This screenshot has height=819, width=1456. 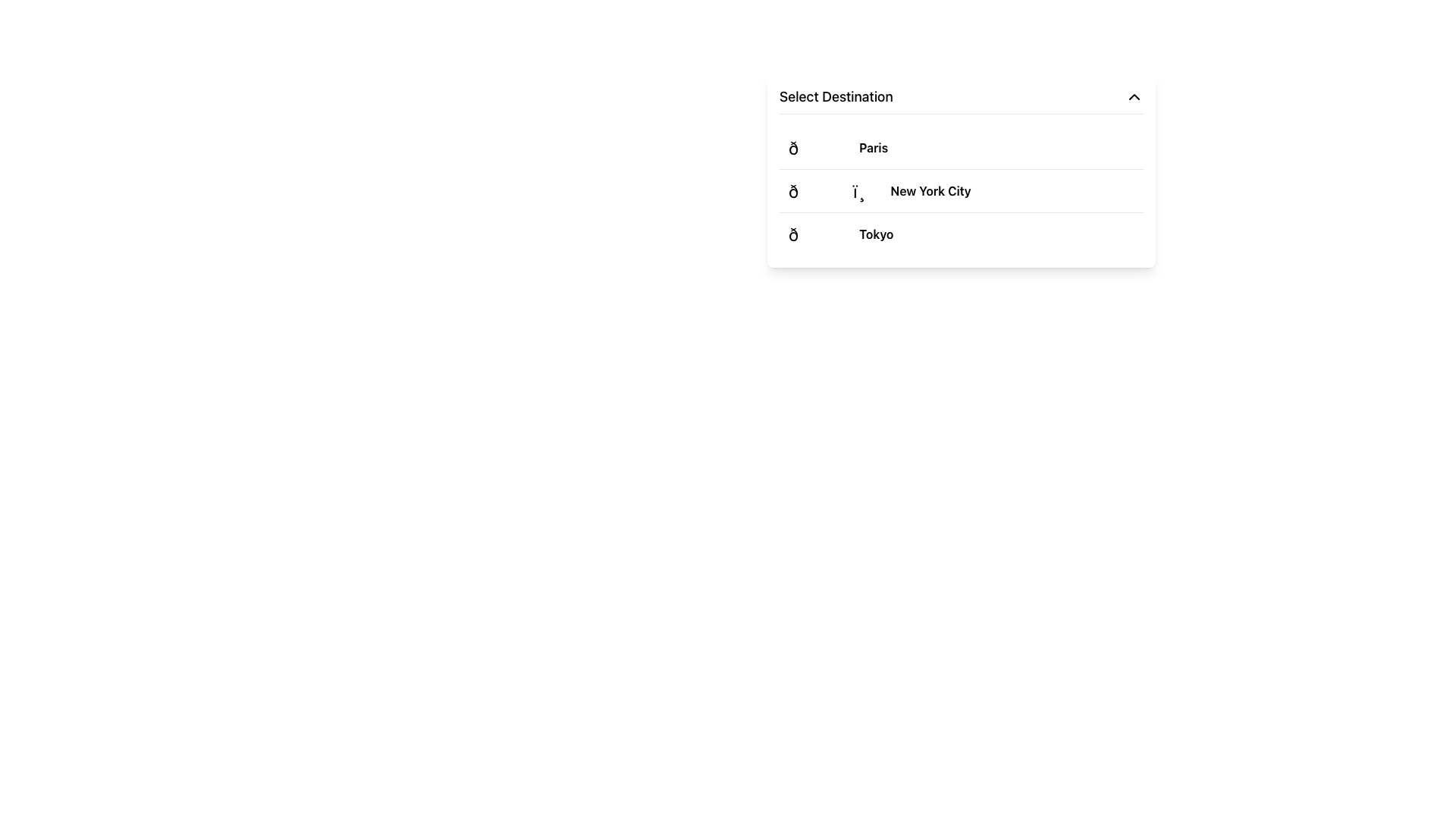 I want to click on the 'New York City' option in the dropdown list labeled 'Select Destination', so click(x=960, y=190).